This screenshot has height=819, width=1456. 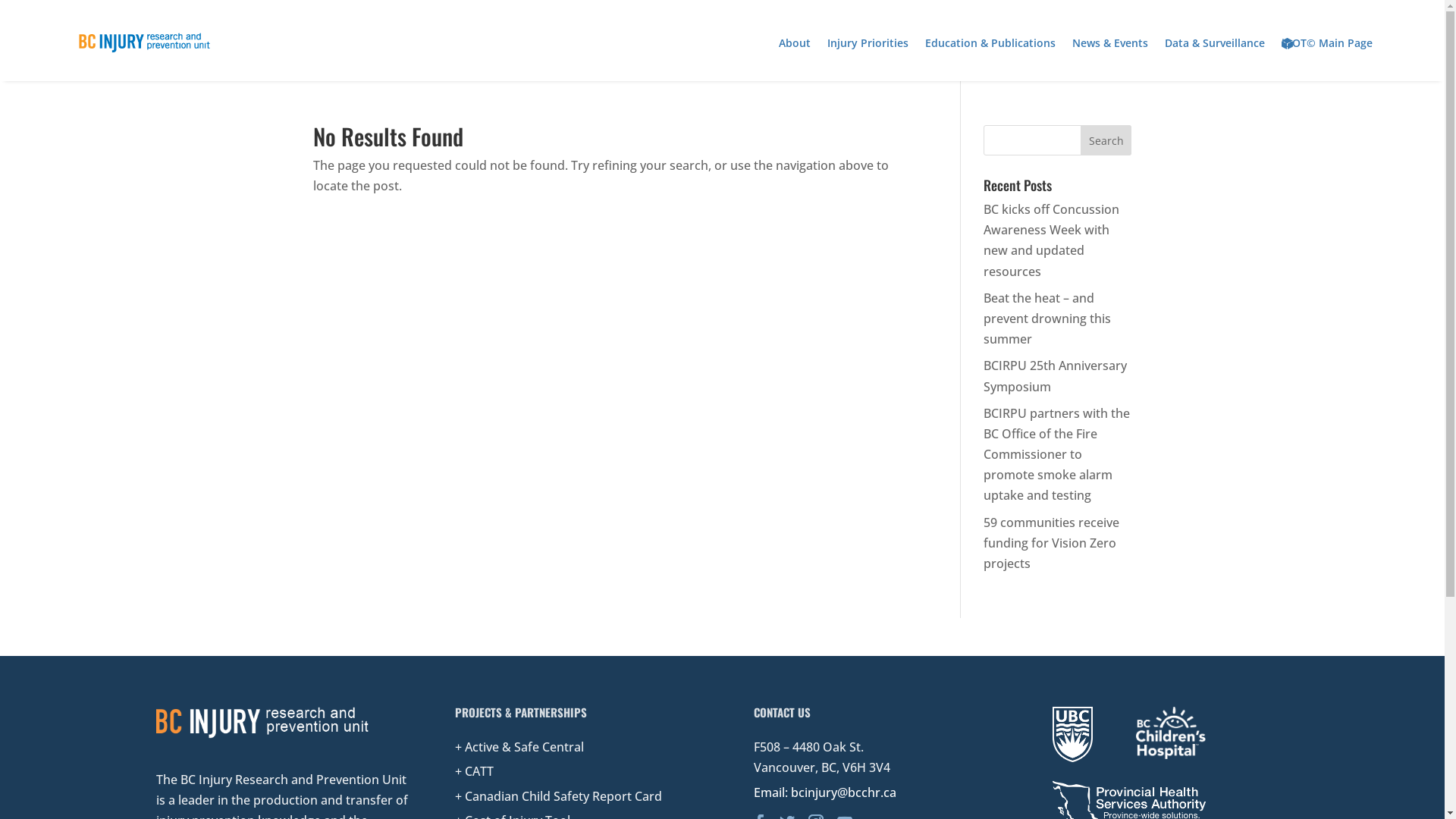 What do you see at coordinates (1106, 140) in the screenshot?
I see `'Search'` at bounding box center [1106, 140].